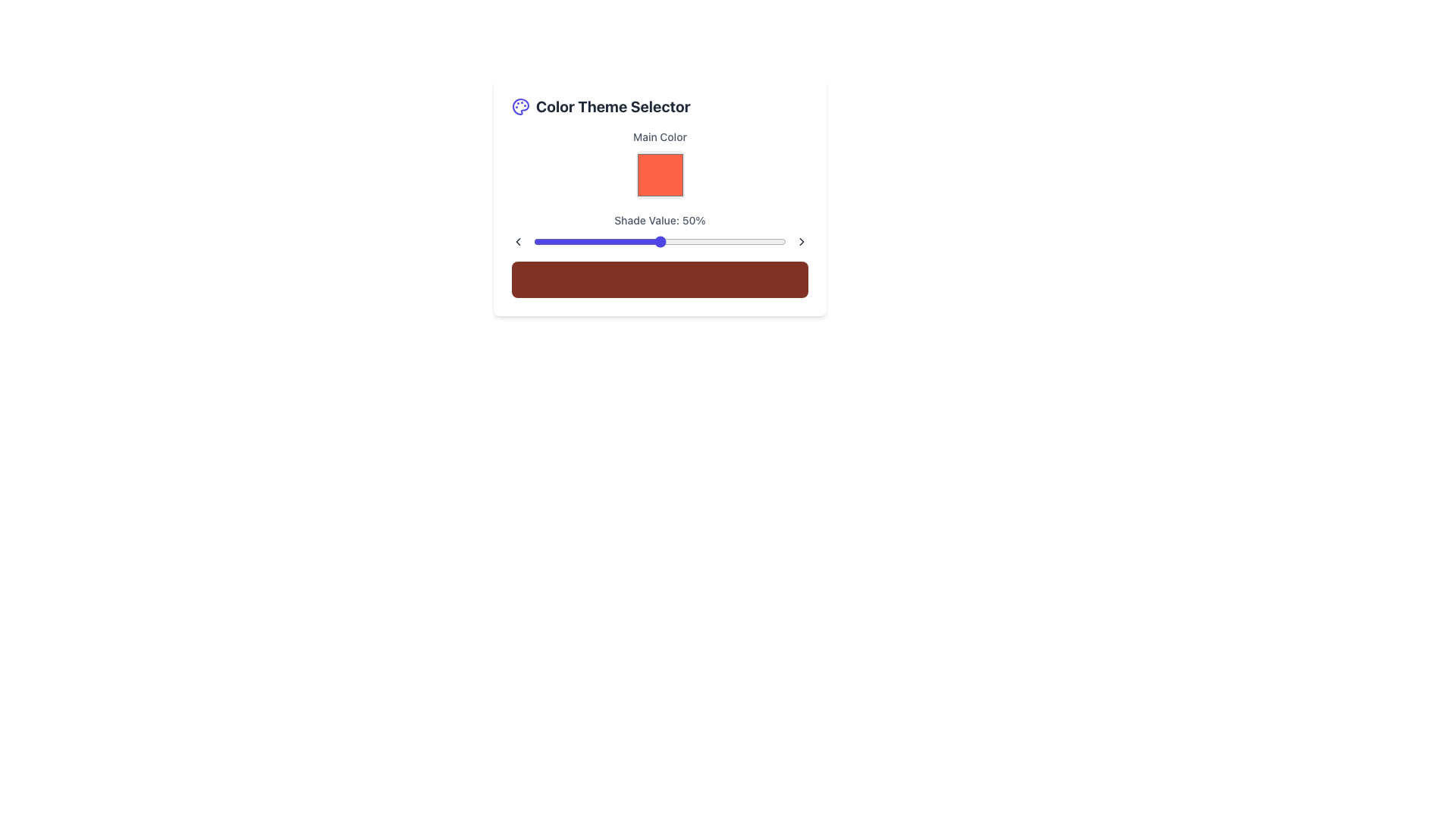  Describe the element at coordinates (518, 241) in the screenshot. I see `the white-filled left-pointing chevron icon with a black stroke, located next to the text 'Shade Value: 50%' and the slider interface` at that location.